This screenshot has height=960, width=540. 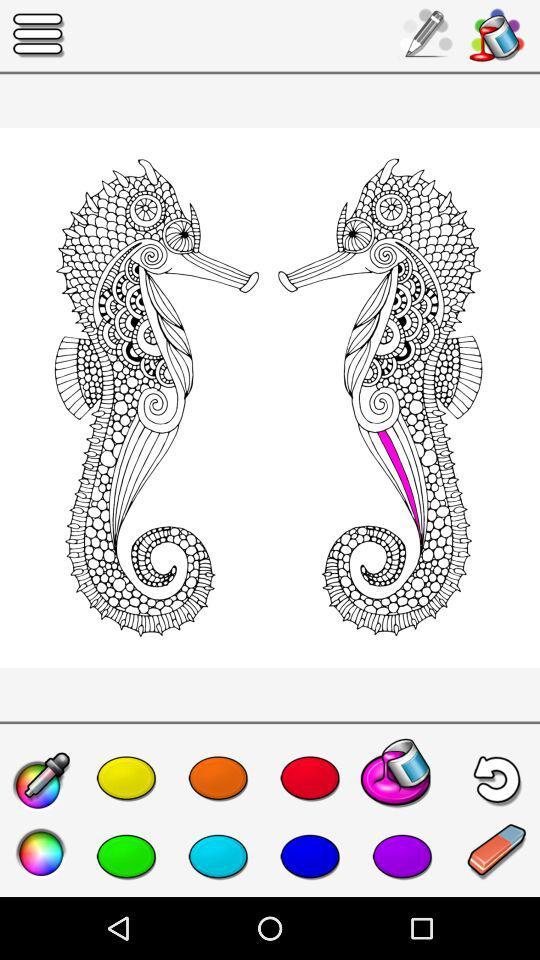 What do you see at coordinates (496, 850) in the screenshot?
I see `the edit icon` at bounding box center [496, 850].